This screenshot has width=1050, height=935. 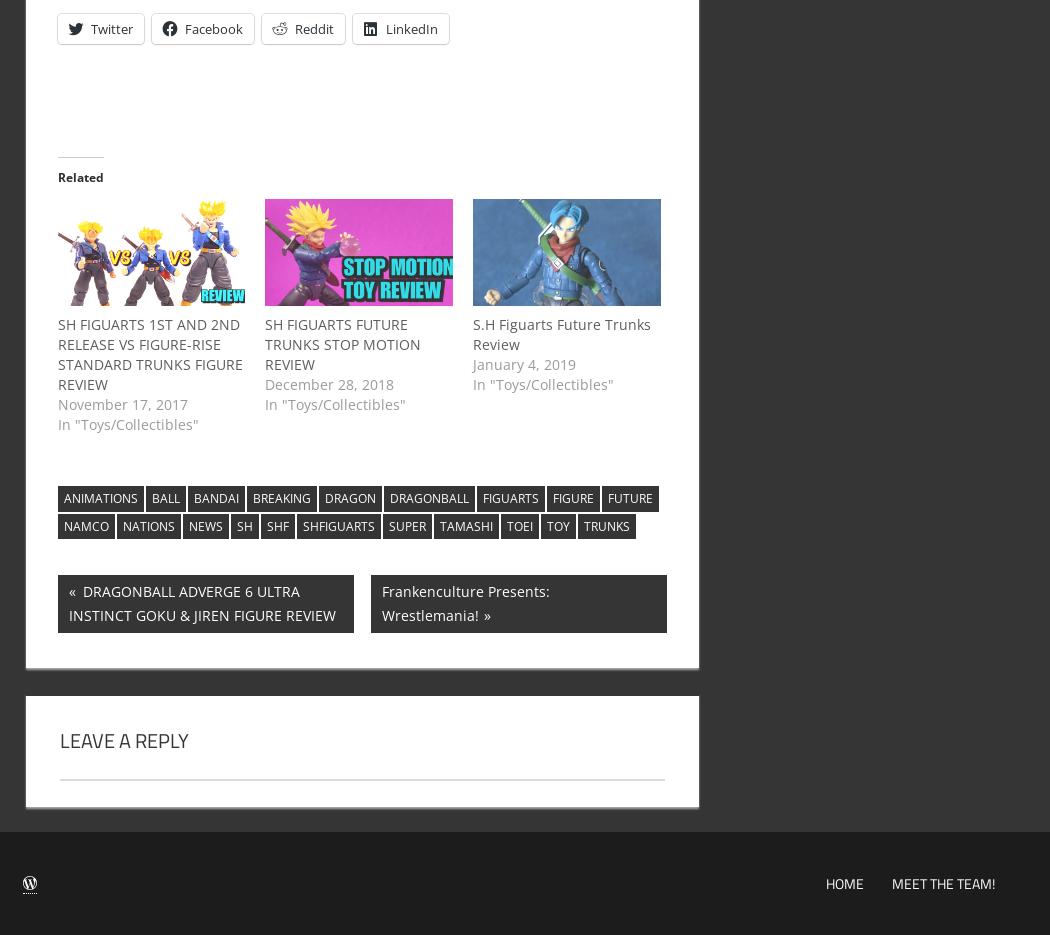 I want to click on 'breaking', so click(x=279, y=498).